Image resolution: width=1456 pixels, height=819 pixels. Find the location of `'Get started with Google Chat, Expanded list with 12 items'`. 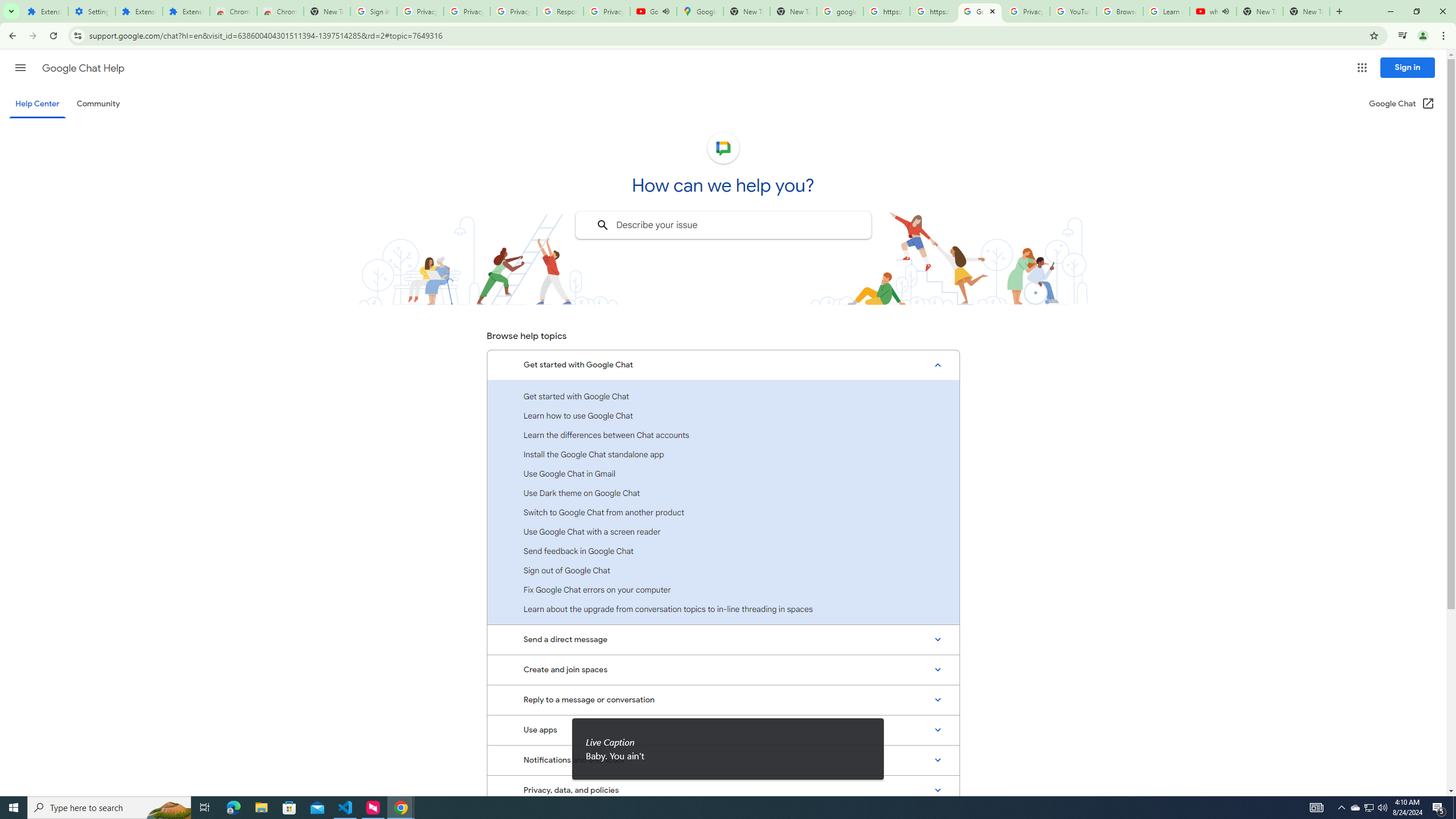

'Get started with Google Chat, Expanded list with 12 items' is located at coordinates (723, 365).